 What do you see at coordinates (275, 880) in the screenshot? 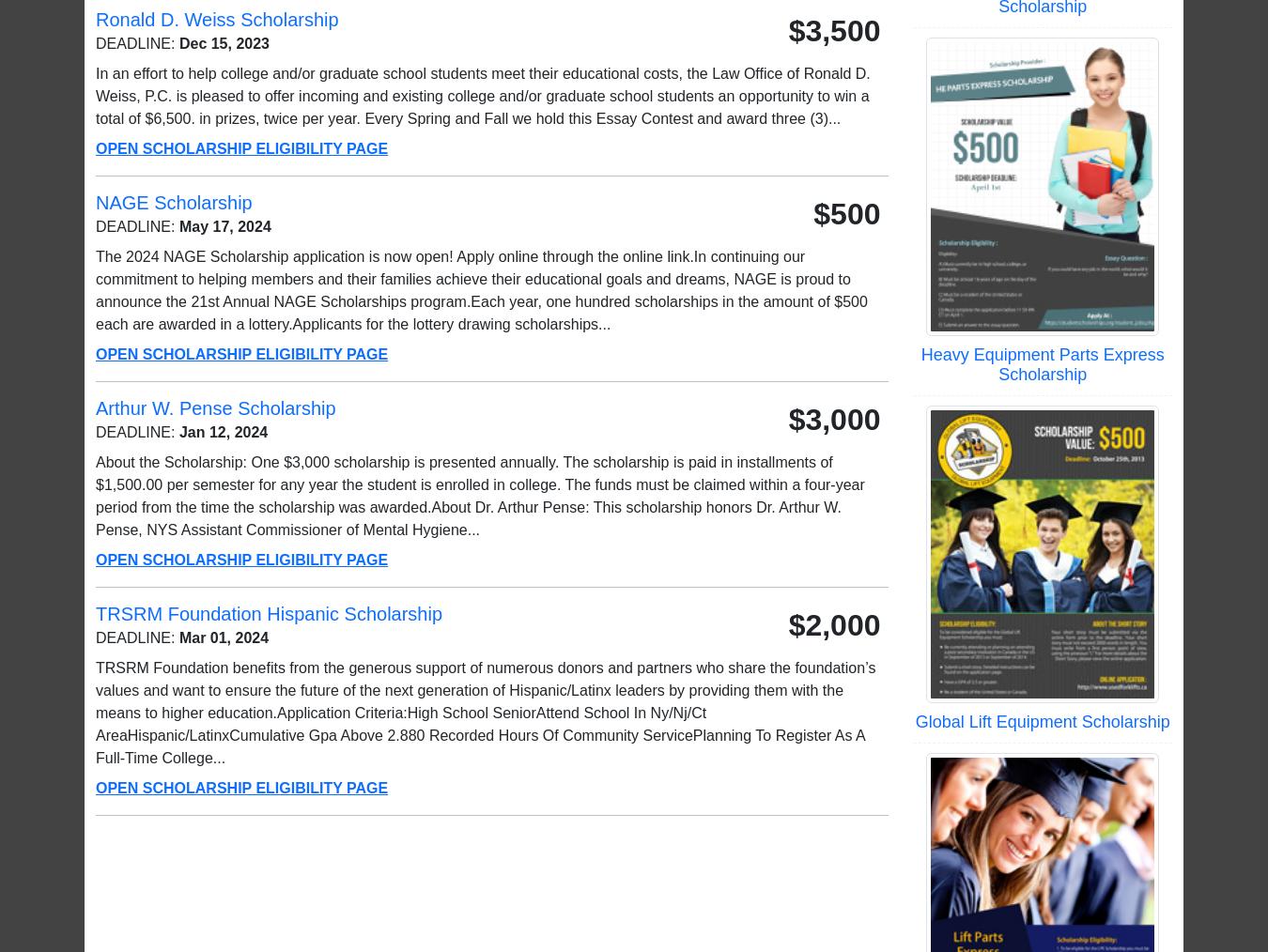
I see `'Scholarship Newsletter Signup'` at bounding box center [275, 880].